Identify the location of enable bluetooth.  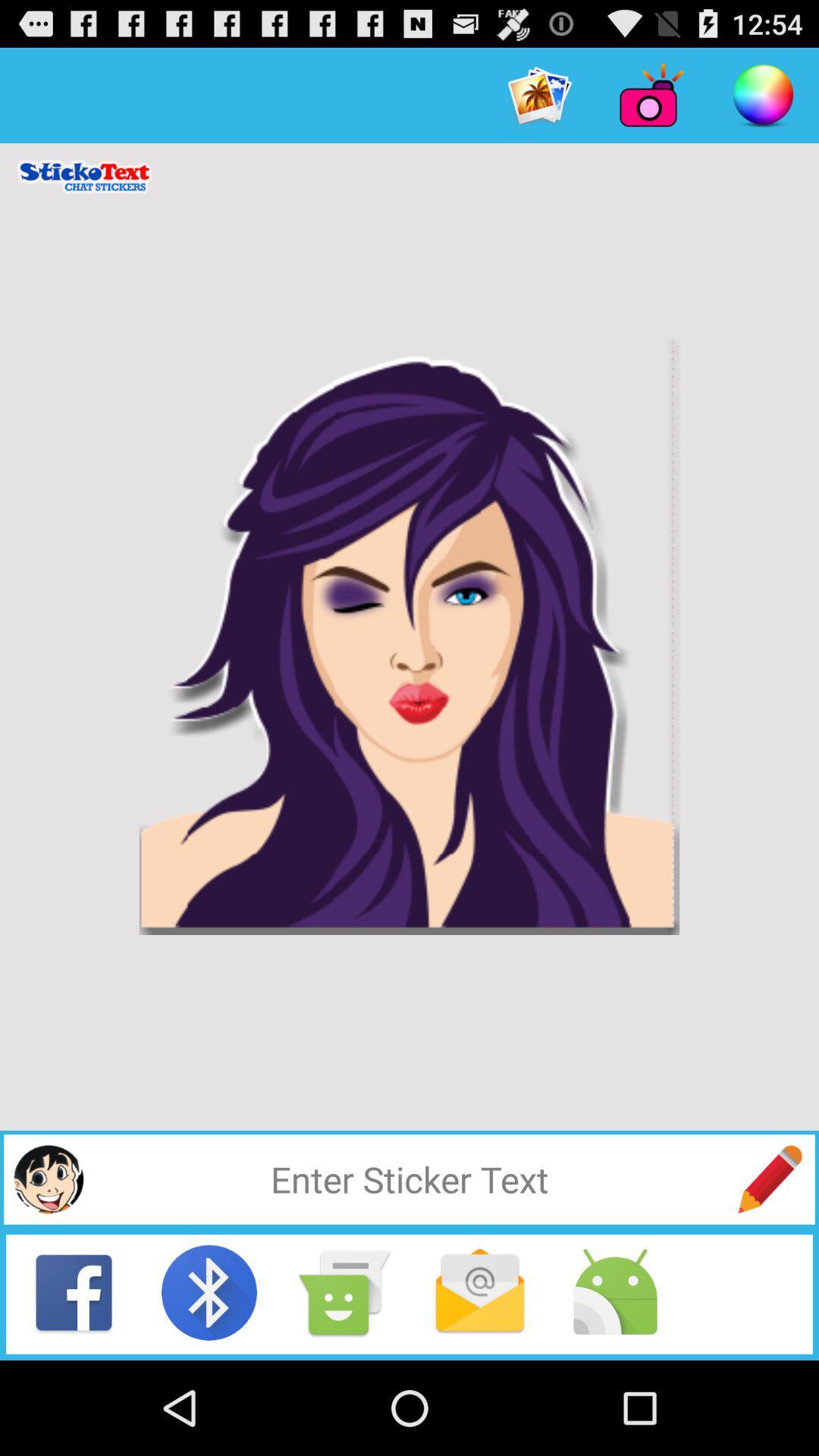
(209, 1291).